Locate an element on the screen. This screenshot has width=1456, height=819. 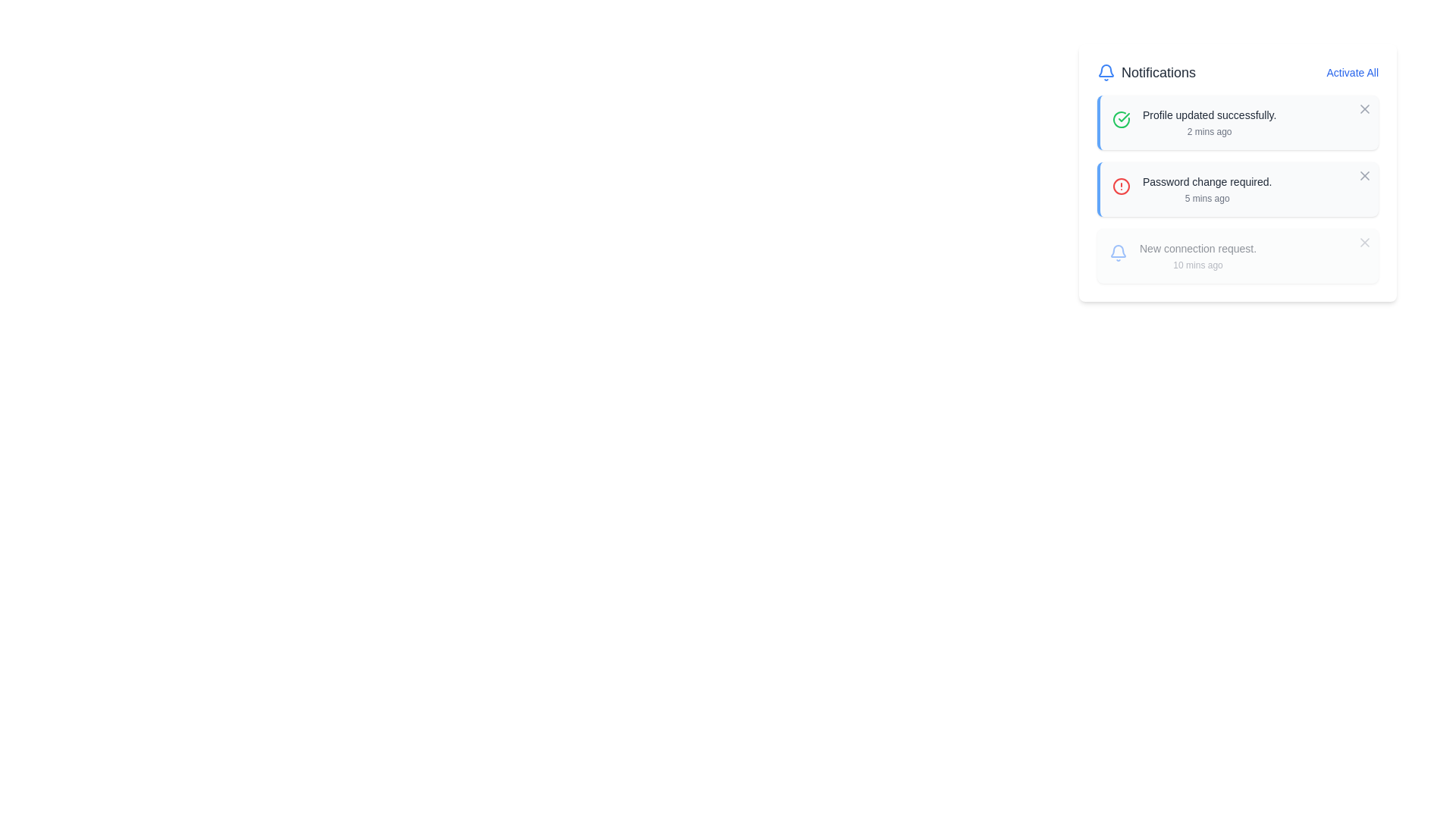
the close button on the Notification card is located at coordinates (1238, 256).